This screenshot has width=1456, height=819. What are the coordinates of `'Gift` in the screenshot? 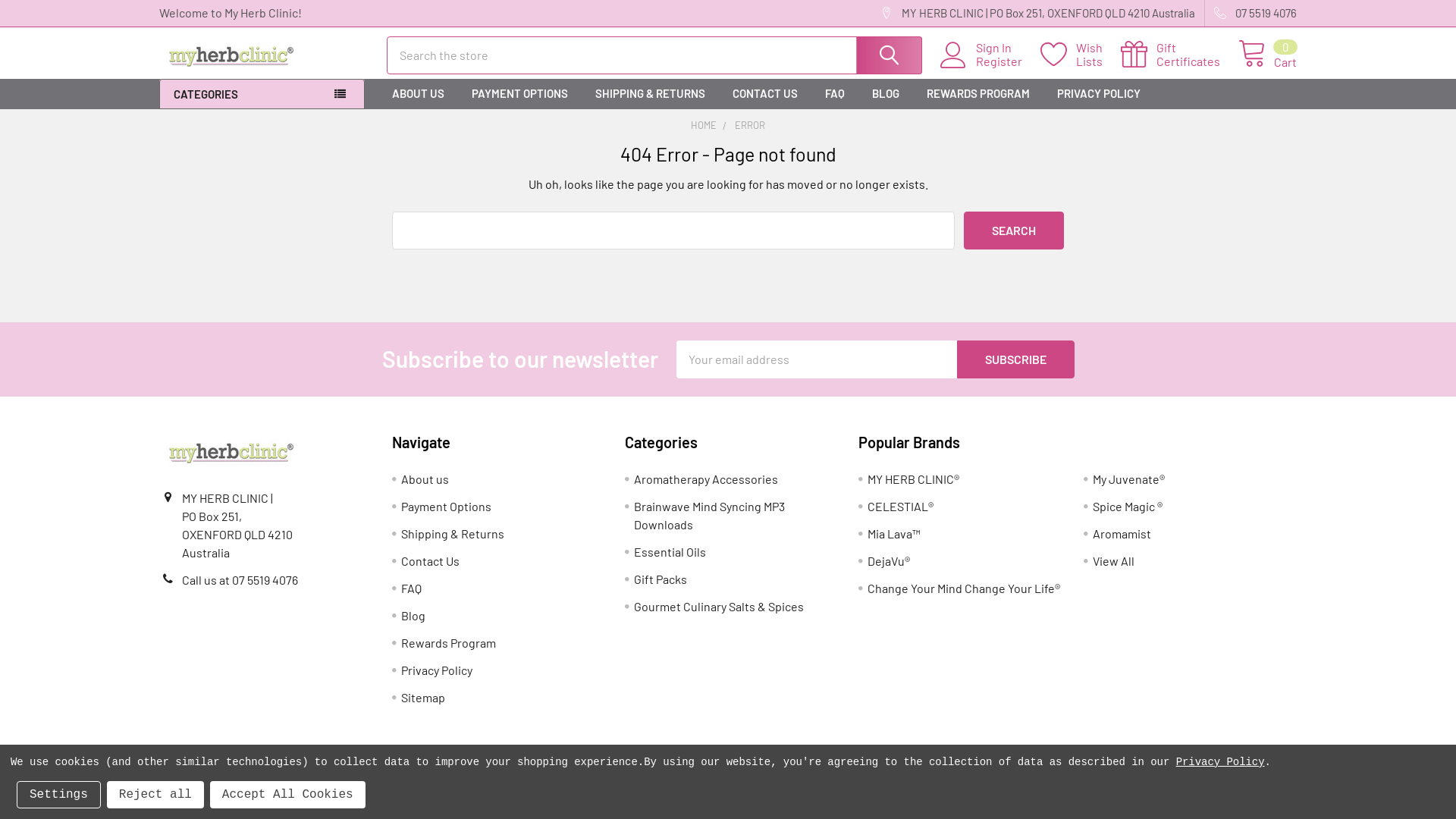 It's located at (1178, 54).